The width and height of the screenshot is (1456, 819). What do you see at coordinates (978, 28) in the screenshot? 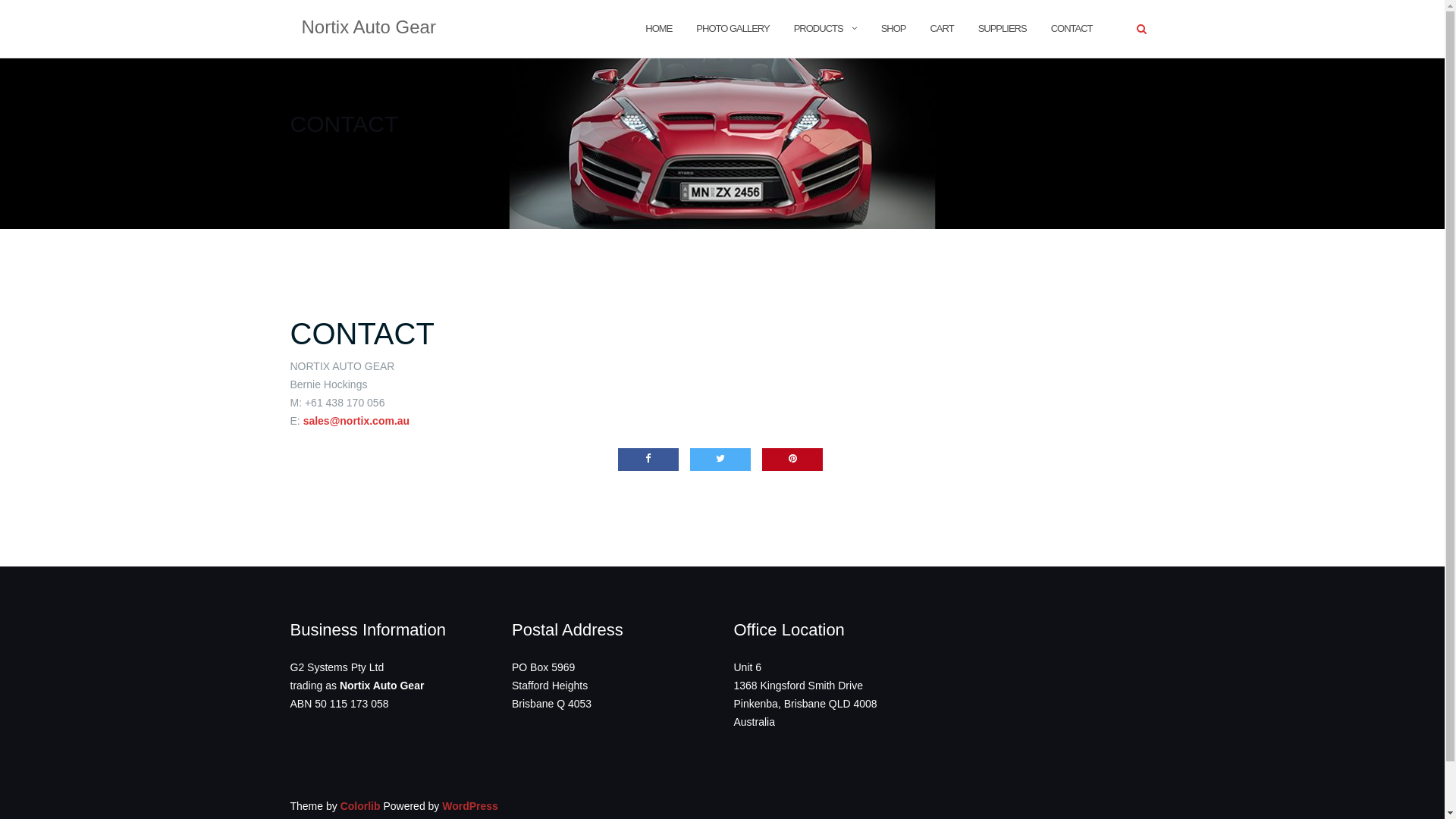
I see `'SUPPLIERS'` at bounding box center [978, 28].